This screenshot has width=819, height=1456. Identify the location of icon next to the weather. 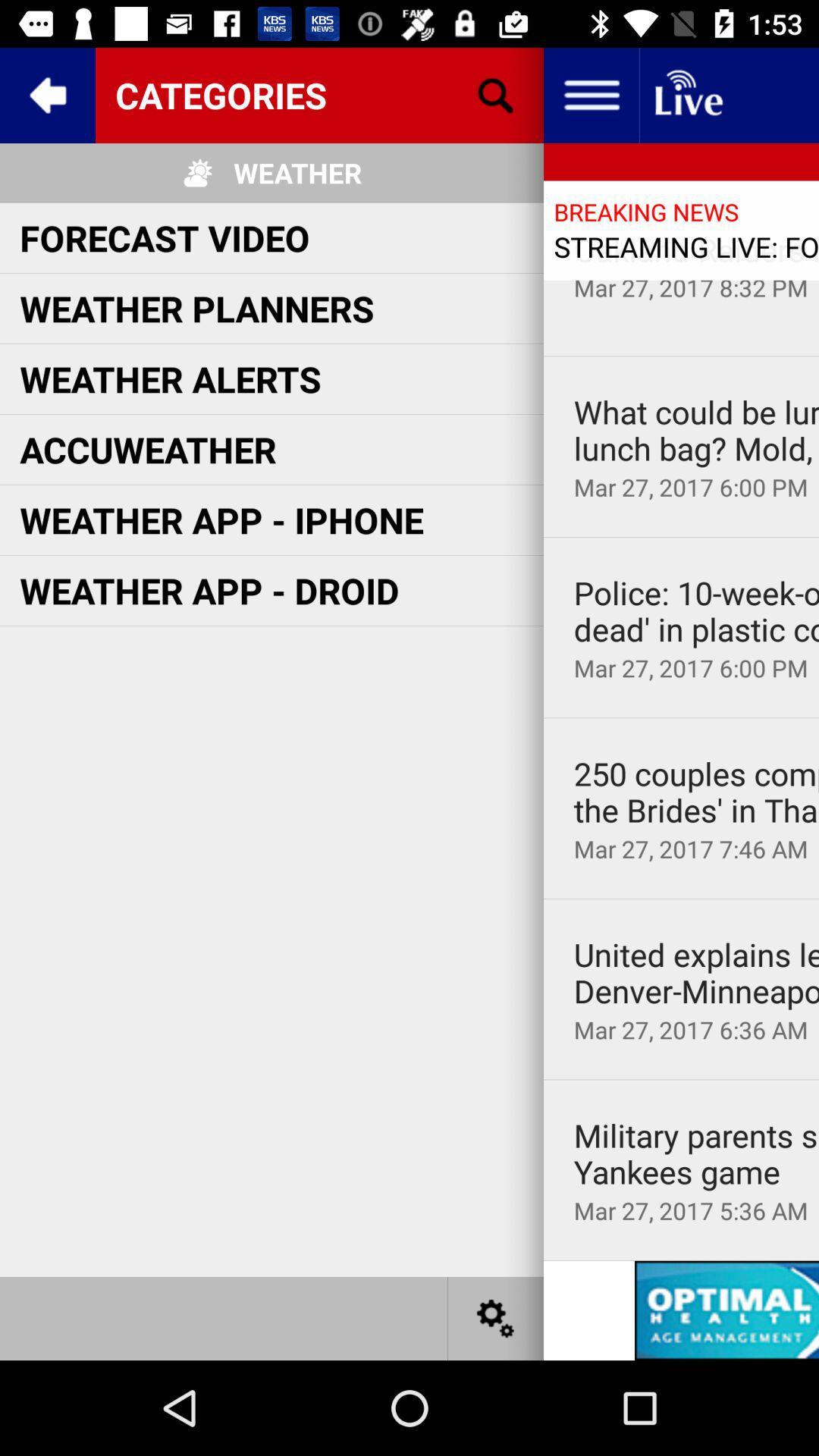
(496, 94).